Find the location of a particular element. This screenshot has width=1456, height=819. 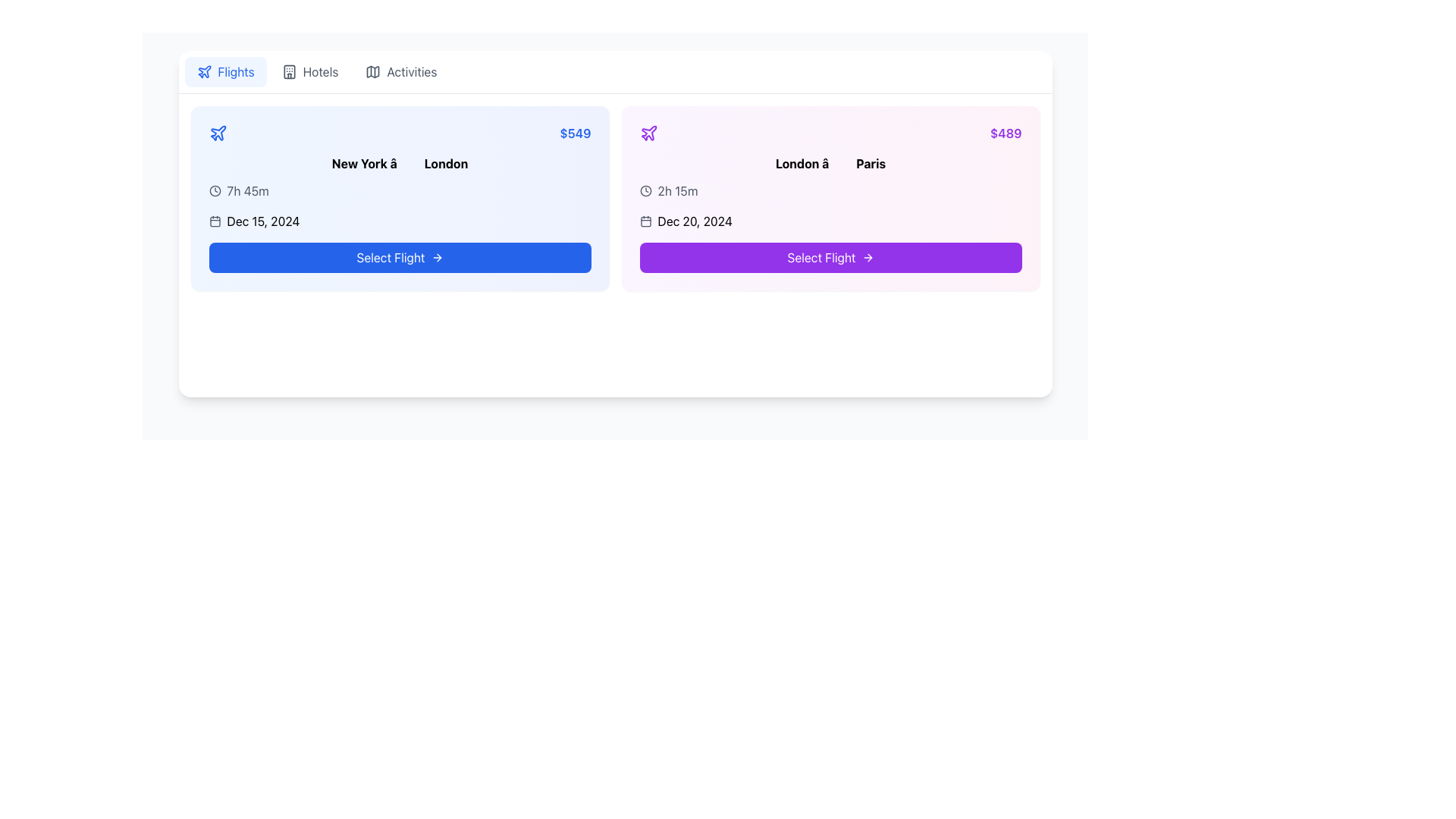

the map icon in the application's navigation bar, which is part of the 'Activities' section and is visually characterized by a stylized outline of folded sections is located at coordinates (373, 72).